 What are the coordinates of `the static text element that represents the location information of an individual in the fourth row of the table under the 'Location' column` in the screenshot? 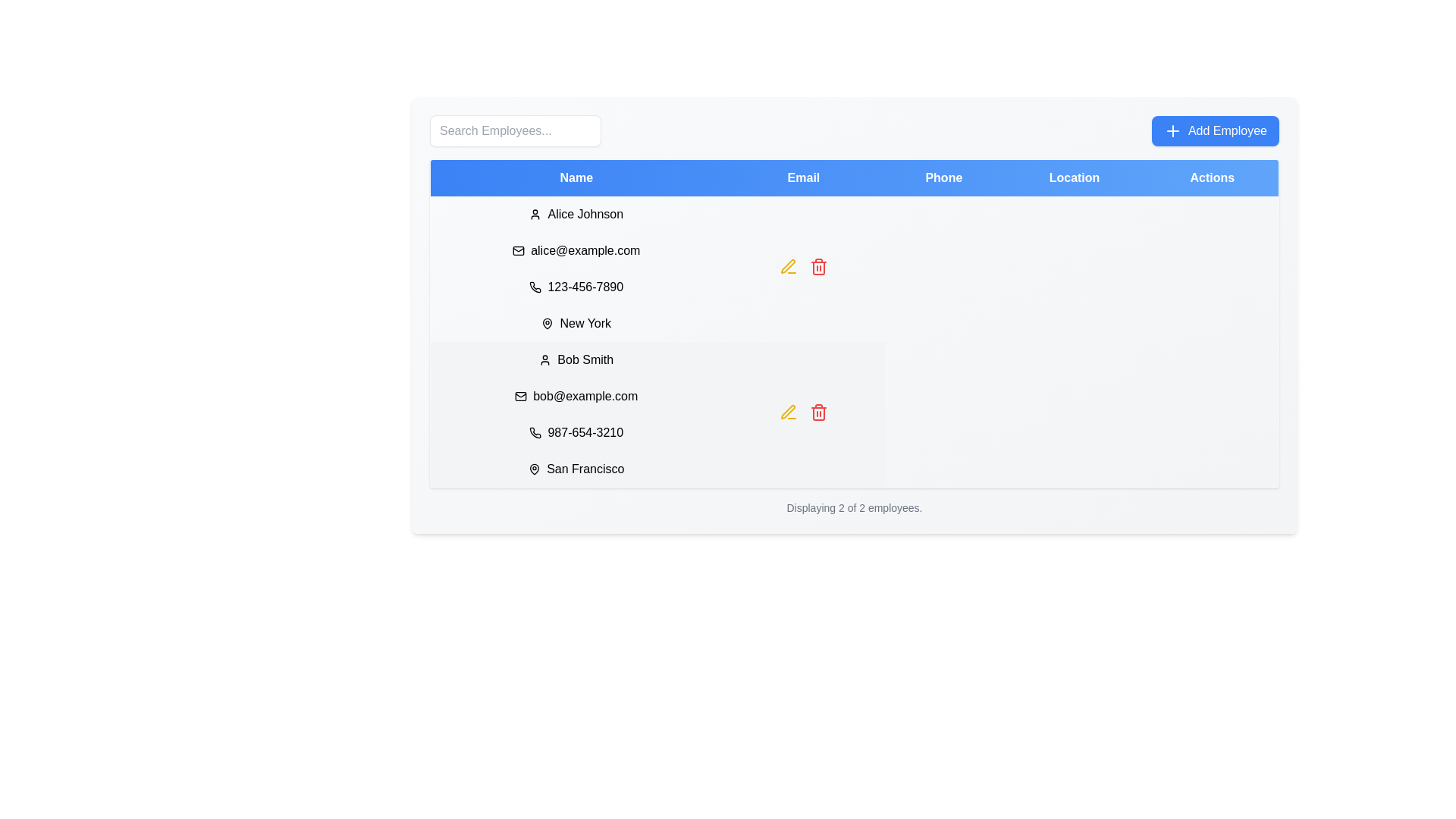 It's located at (576, 468).